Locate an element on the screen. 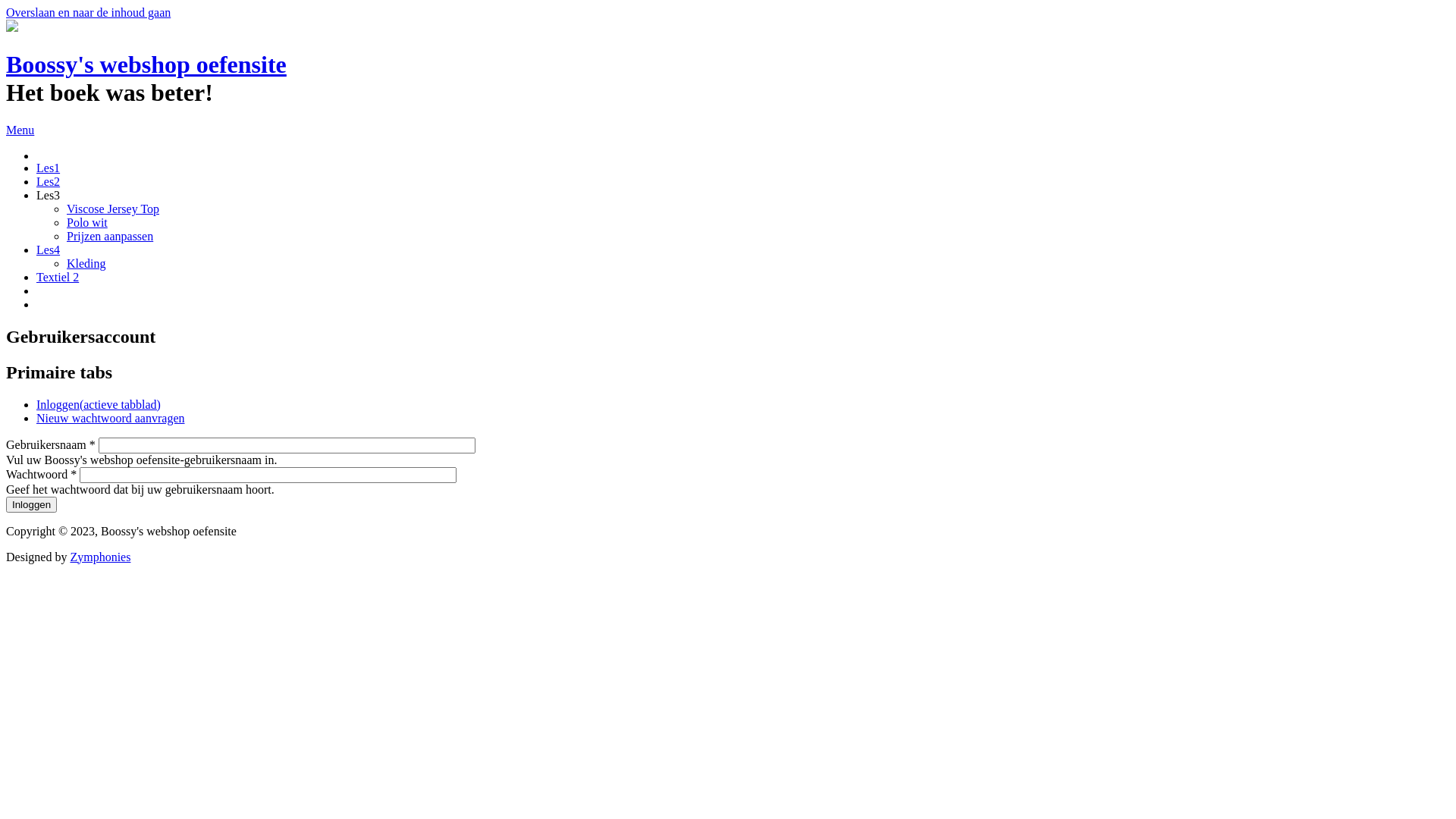 The height and width of the screenshot is (819, 1456). 'Prijzen aanpassen' is located at coordinates (108, 236).